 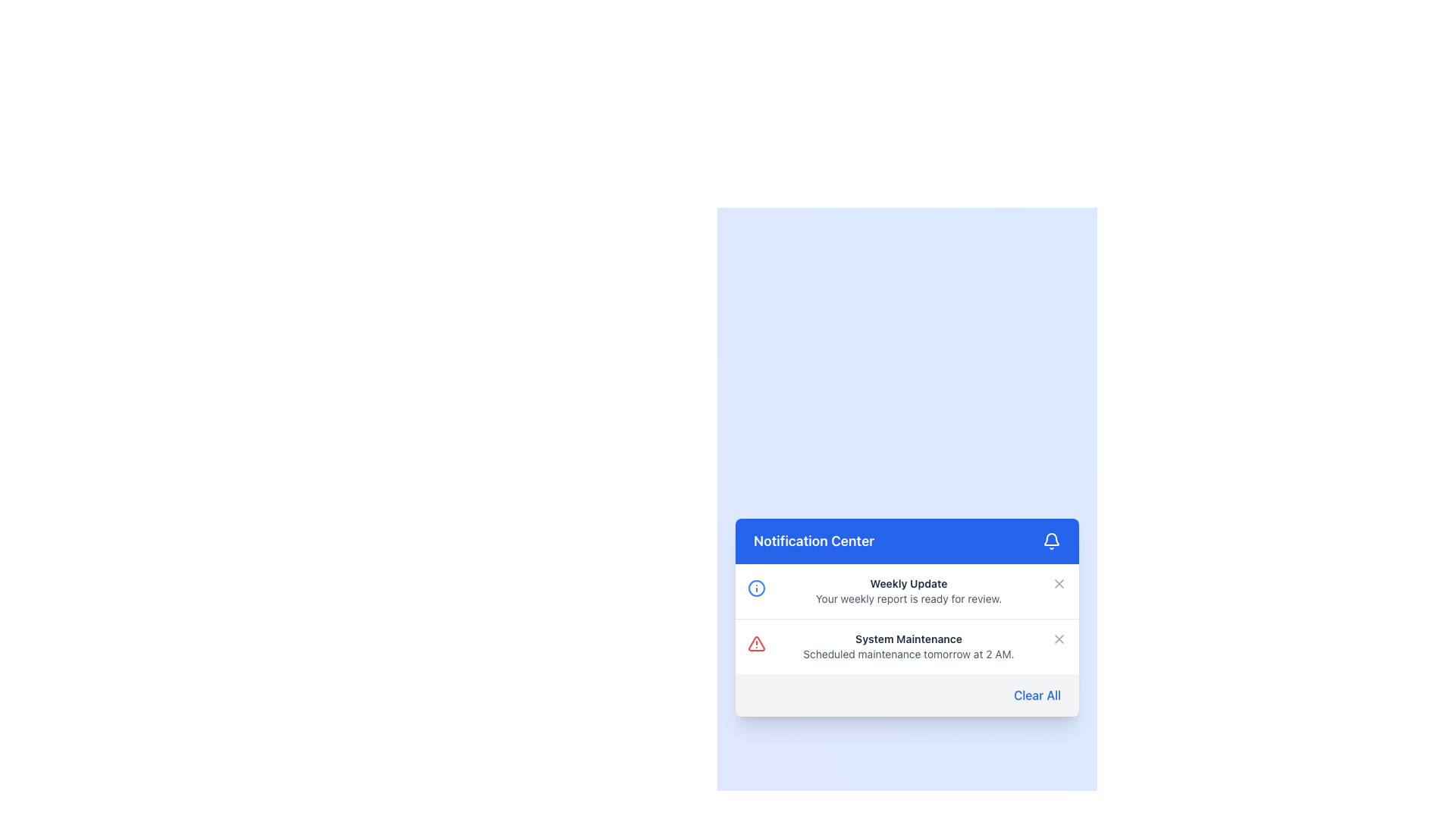 I want to click on the gray 'X' dismiss button located at the top-right corner of the notification box, so click(x=1058, y=582).